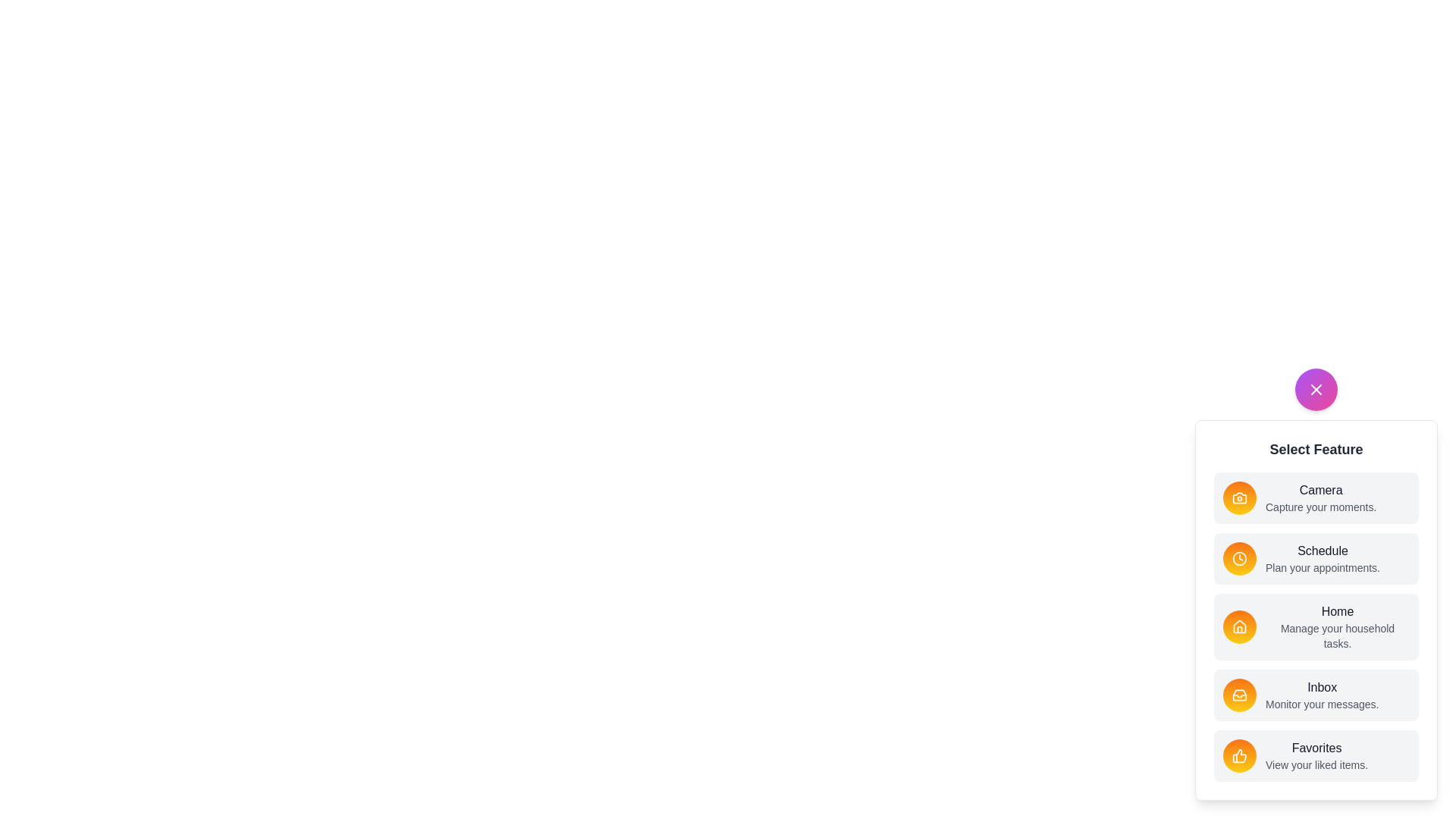 This screenshot has width=1456, height=819. Describe the element at coordinates (1240, 558) in the screenshot. I see `the feature corresponding to Schedule` at that location.